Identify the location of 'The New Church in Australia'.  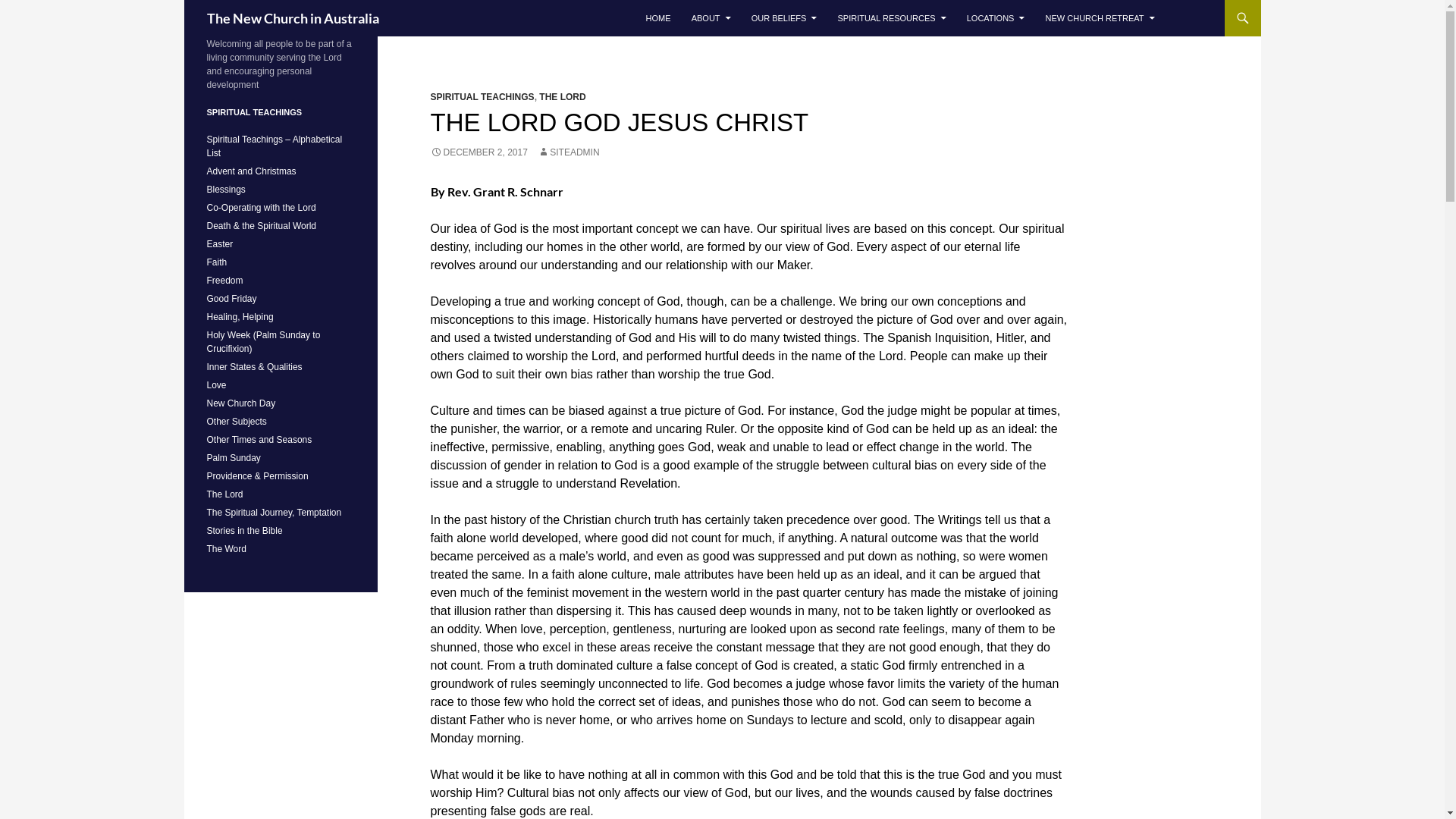
(292, 17).